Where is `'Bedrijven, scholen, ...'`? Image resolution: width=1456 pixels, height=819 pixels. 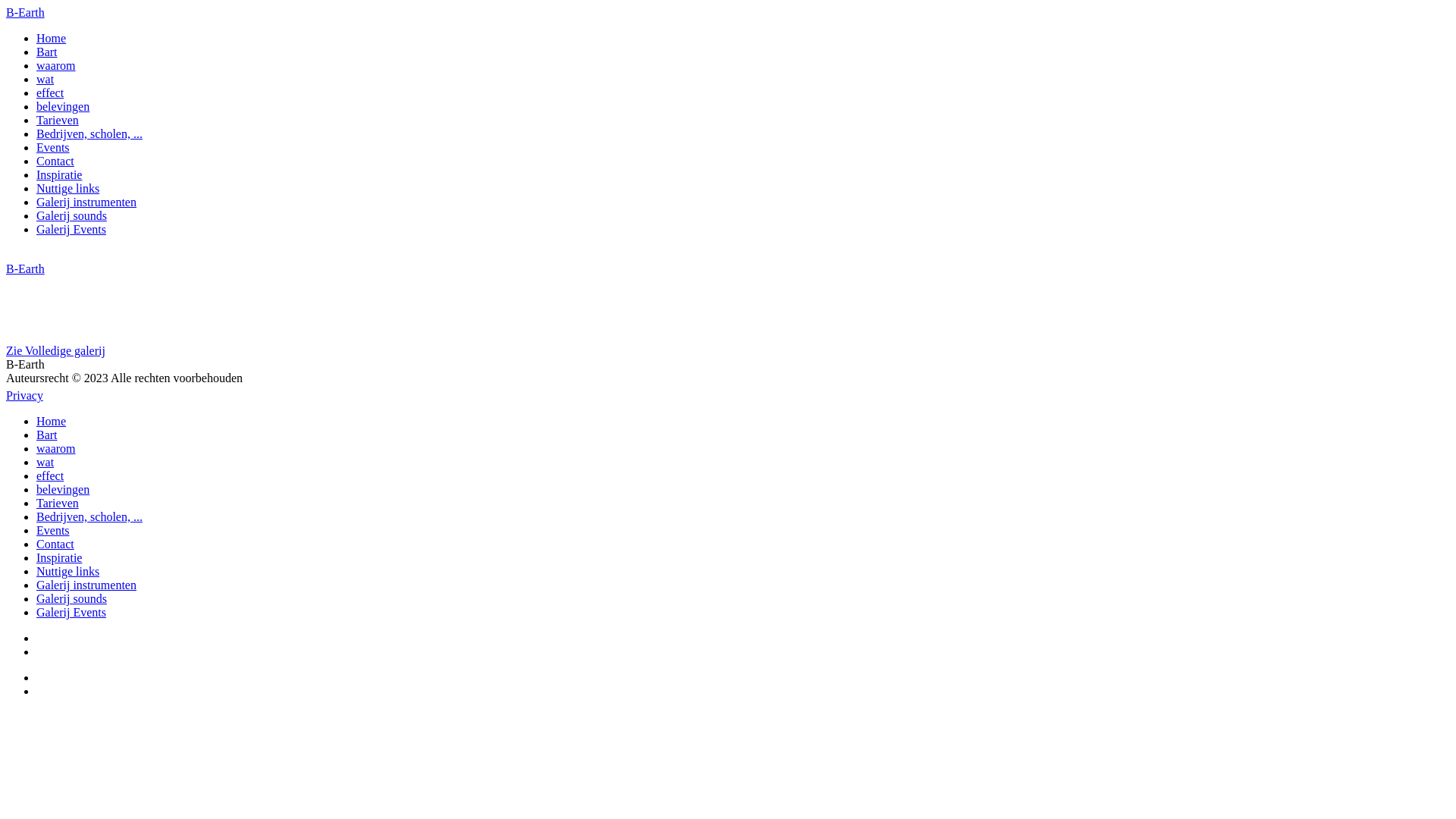 'Bedrijven, scholen, ...' is located at coordinates (89, 133).